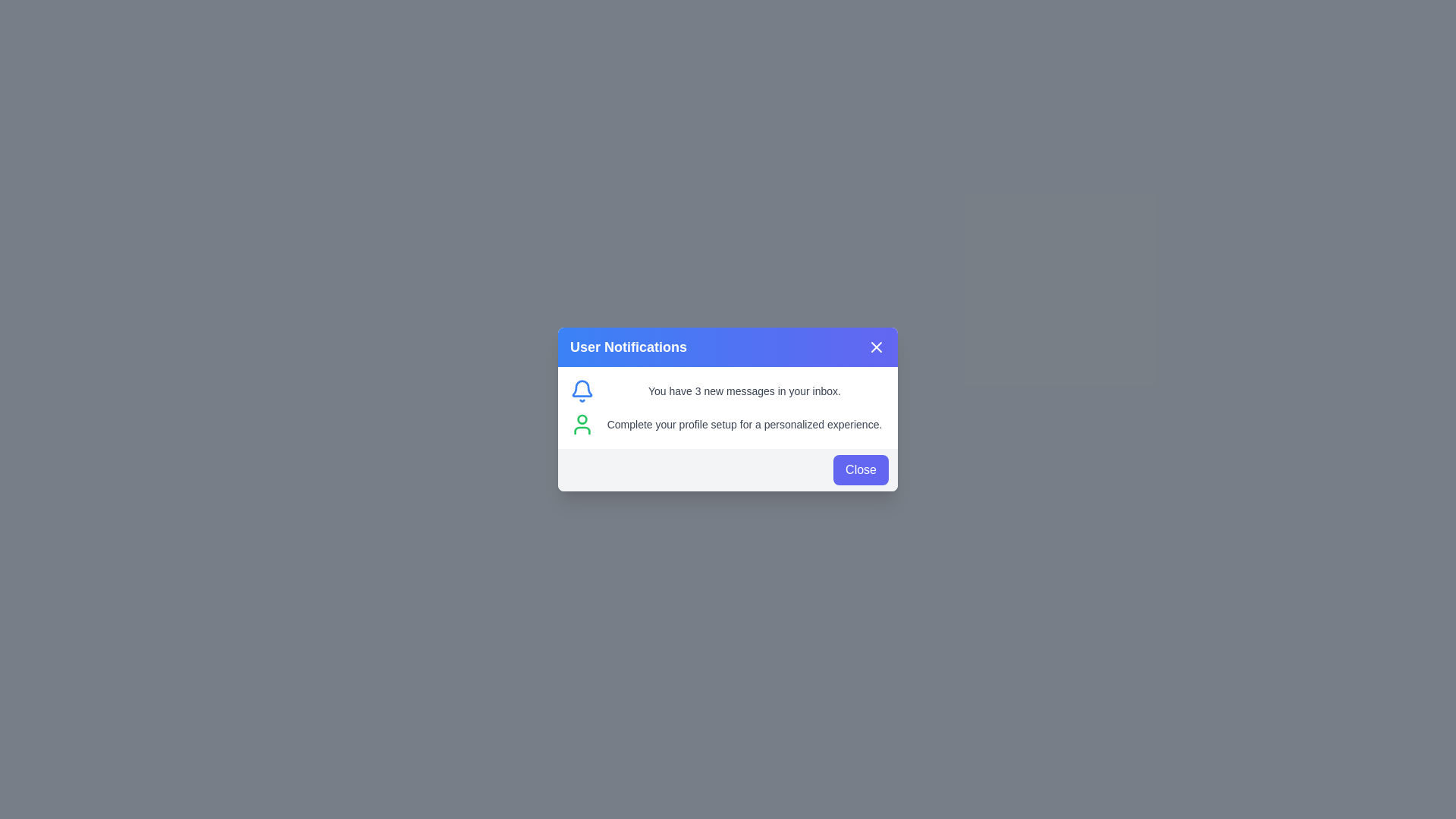 This screenshot has width=1456, height=819. I want to click on the small green circular feature outlined in red within the user profile icon located in the notification dialog, so click(582, 419).